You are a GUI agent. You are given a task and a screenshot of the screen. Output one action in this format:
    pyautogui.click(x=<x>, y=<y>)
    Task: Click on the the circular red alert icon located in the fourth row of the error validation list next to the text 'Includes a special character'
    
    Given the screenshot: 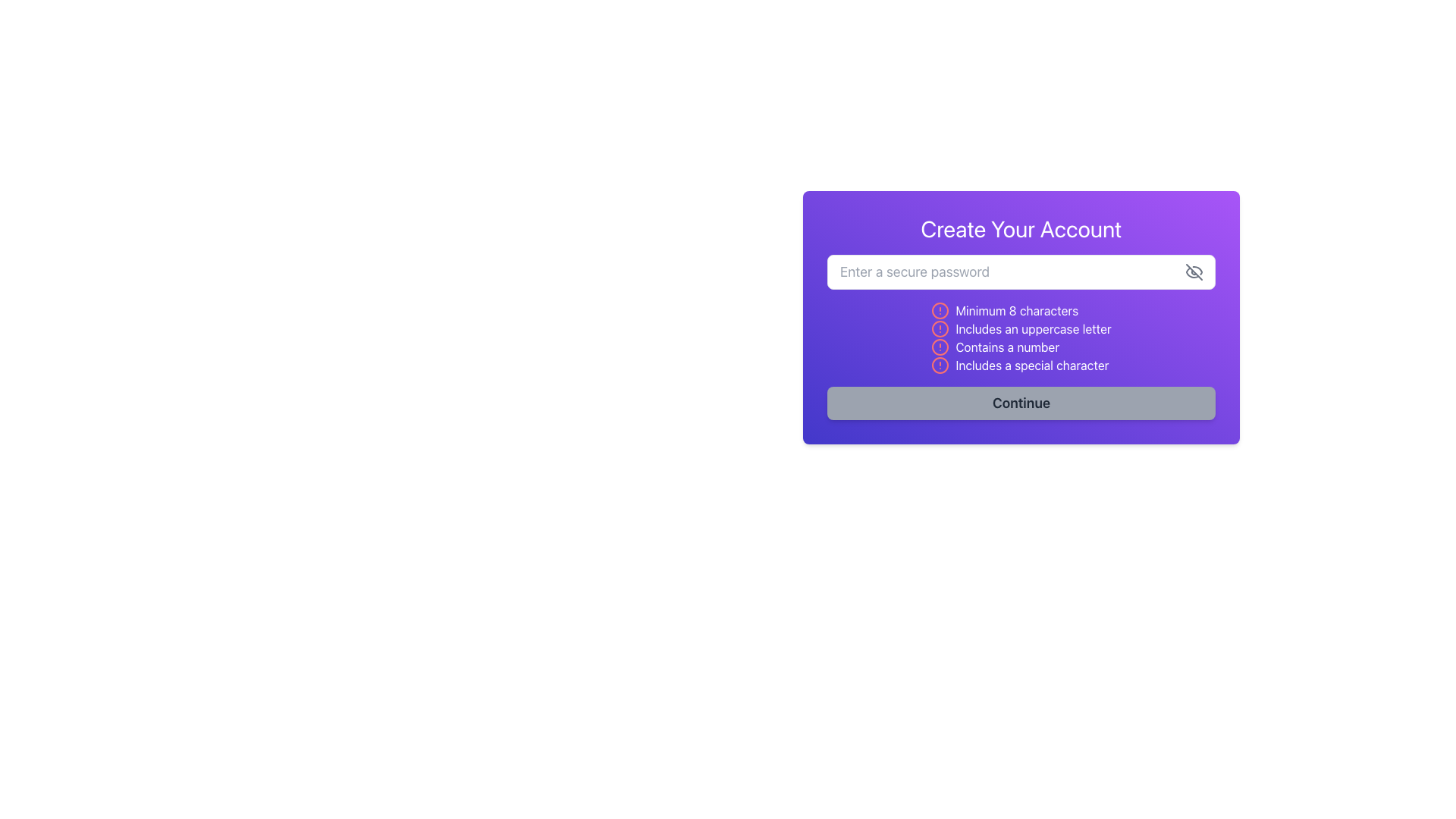 What is the action you would take?
    pyautogui.click(x=940, y=366)
    